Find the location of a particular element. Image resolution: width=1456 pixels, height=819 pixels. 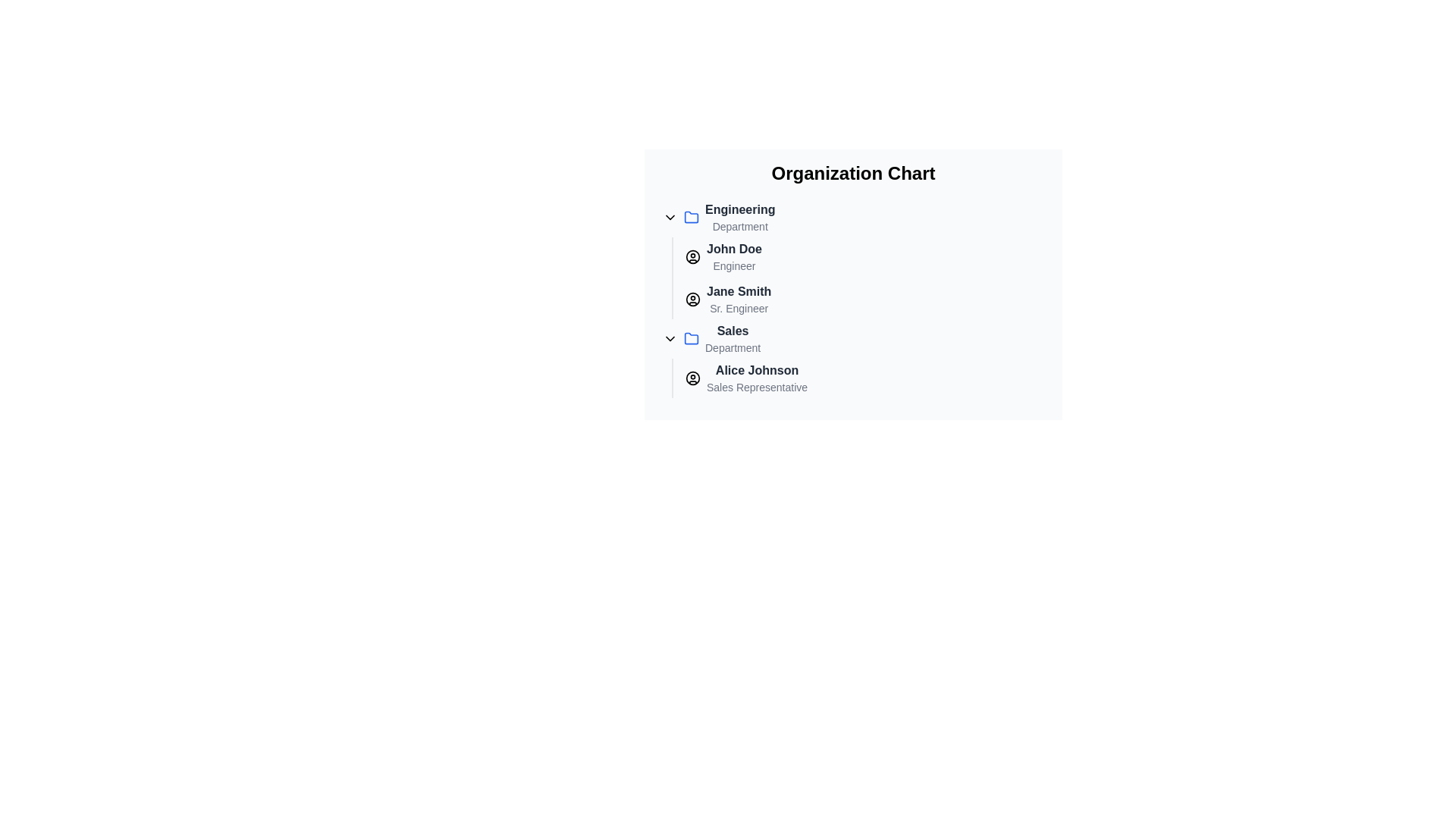

the text label displaying 'Department', which is a small-sized, gray font located directly below the 'Engineering' label in the organizational chart is located at coordinates (740, 227).